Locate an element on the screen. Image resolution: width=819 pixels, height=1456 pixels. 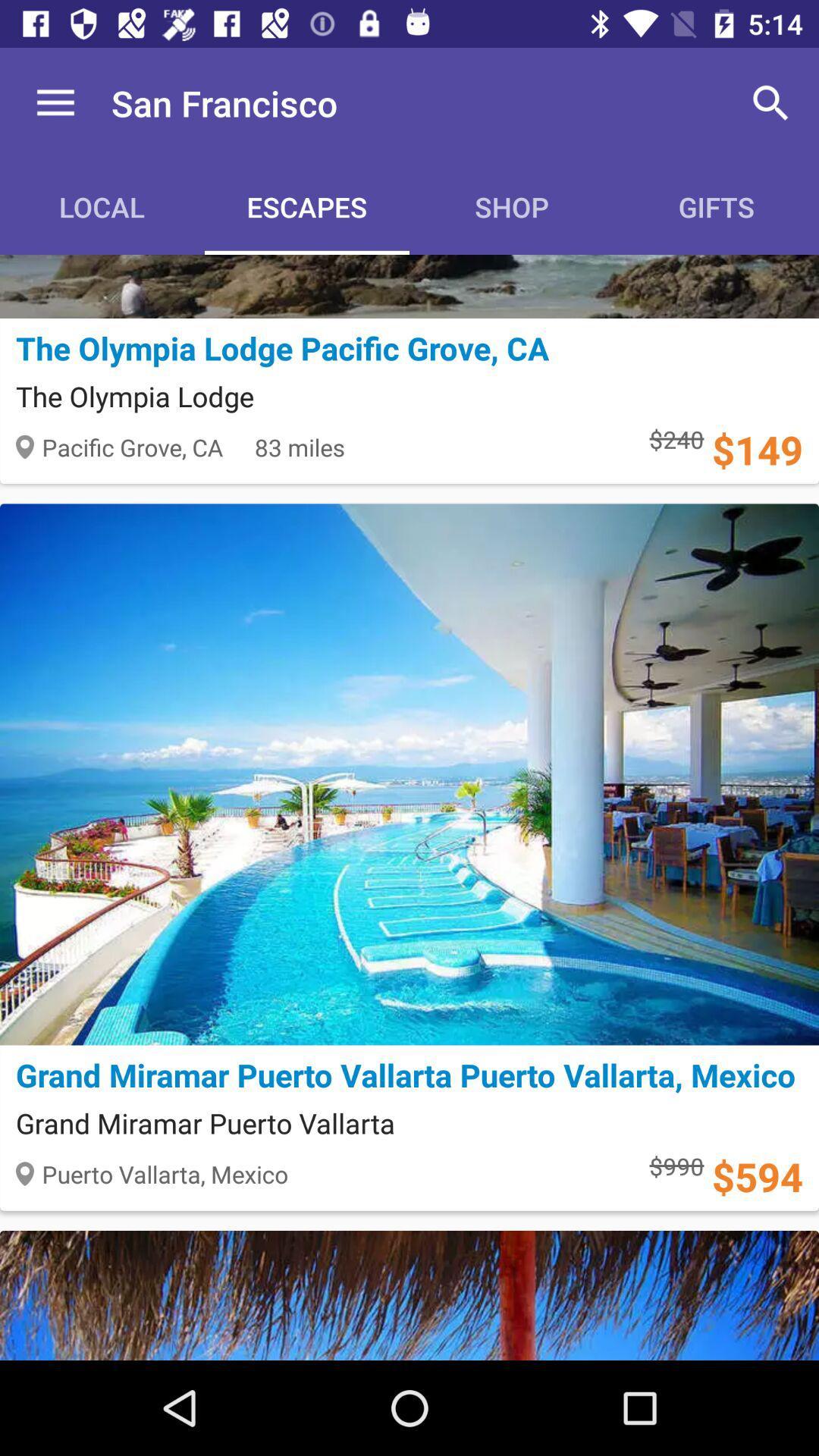
the san francisco item is located at coordinates (224, 102).